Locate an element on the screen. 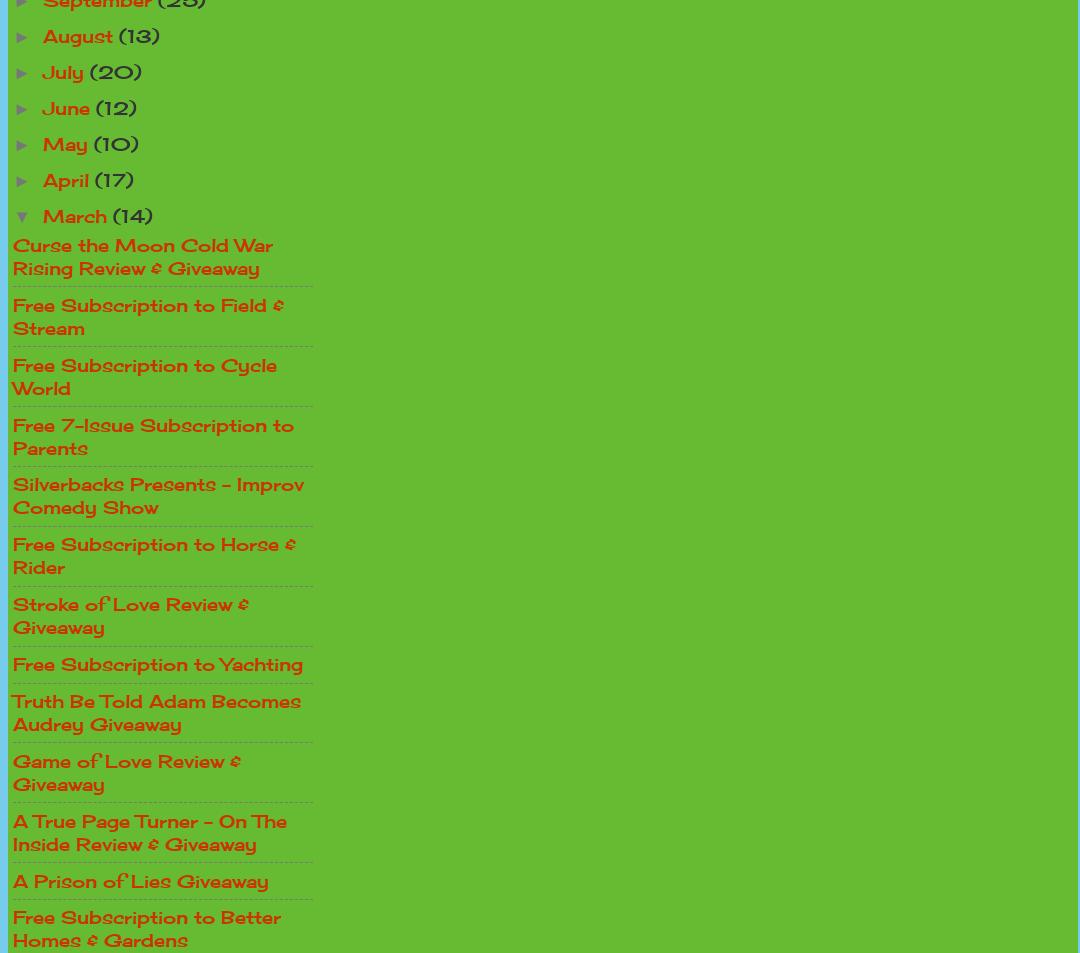  'A Prison of Lies Giveaway' is located at coordinates (140, 880).